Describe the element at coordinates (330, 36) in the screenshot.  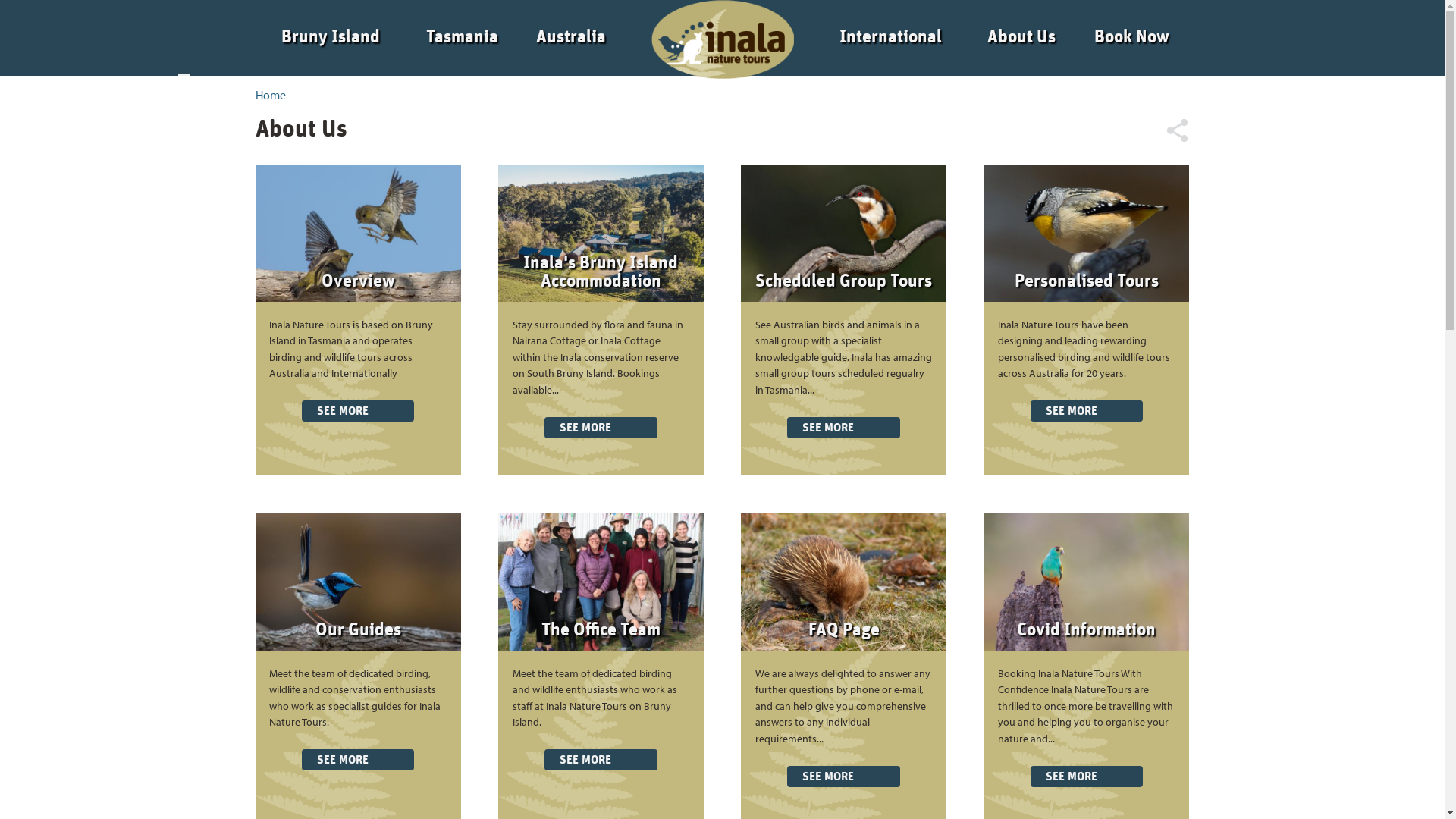
I see `'Bruny Island'` at that location.